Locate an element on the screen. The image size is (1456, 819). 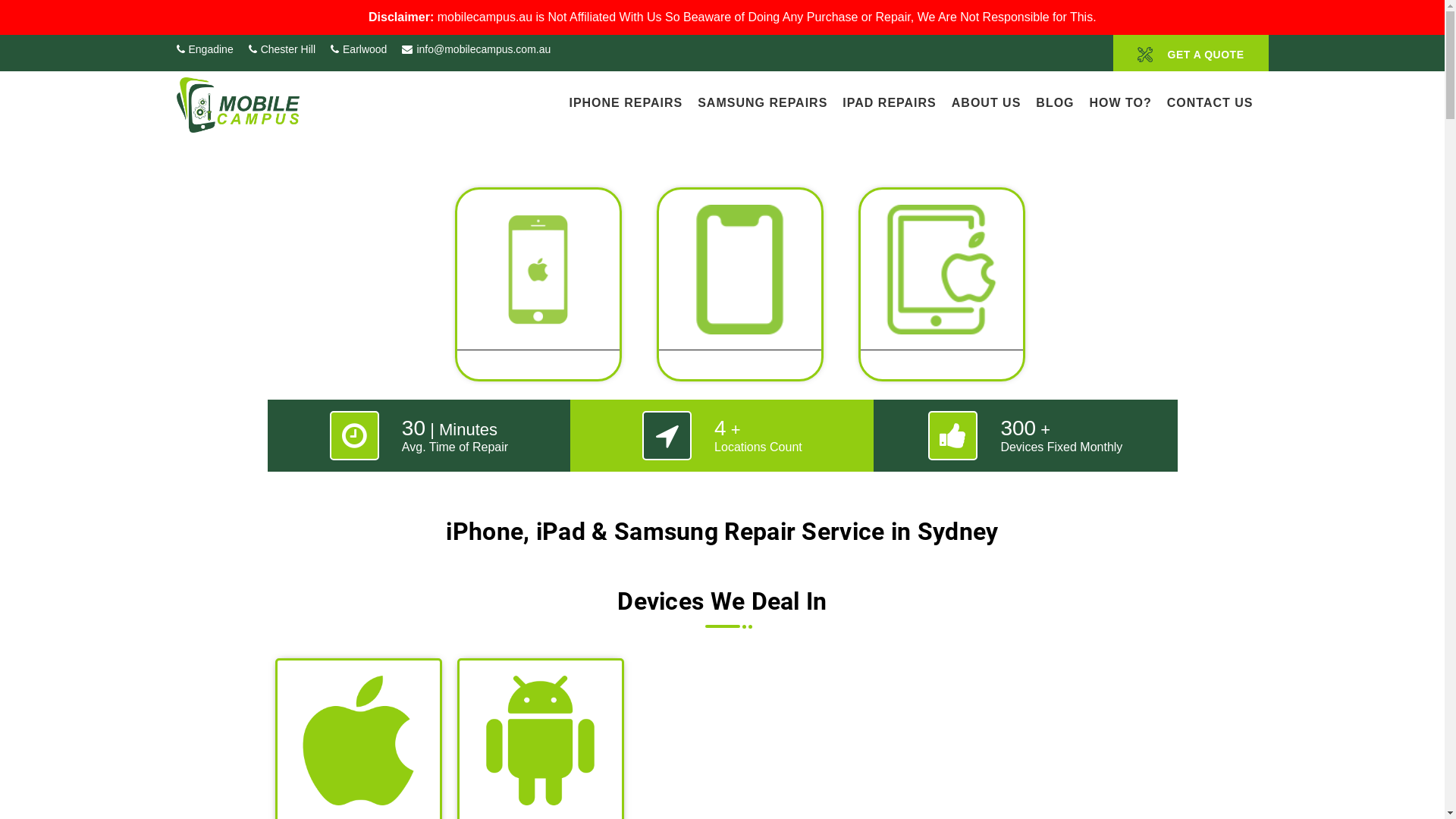
'ABOUT US' is located at coordinates (950, 101).